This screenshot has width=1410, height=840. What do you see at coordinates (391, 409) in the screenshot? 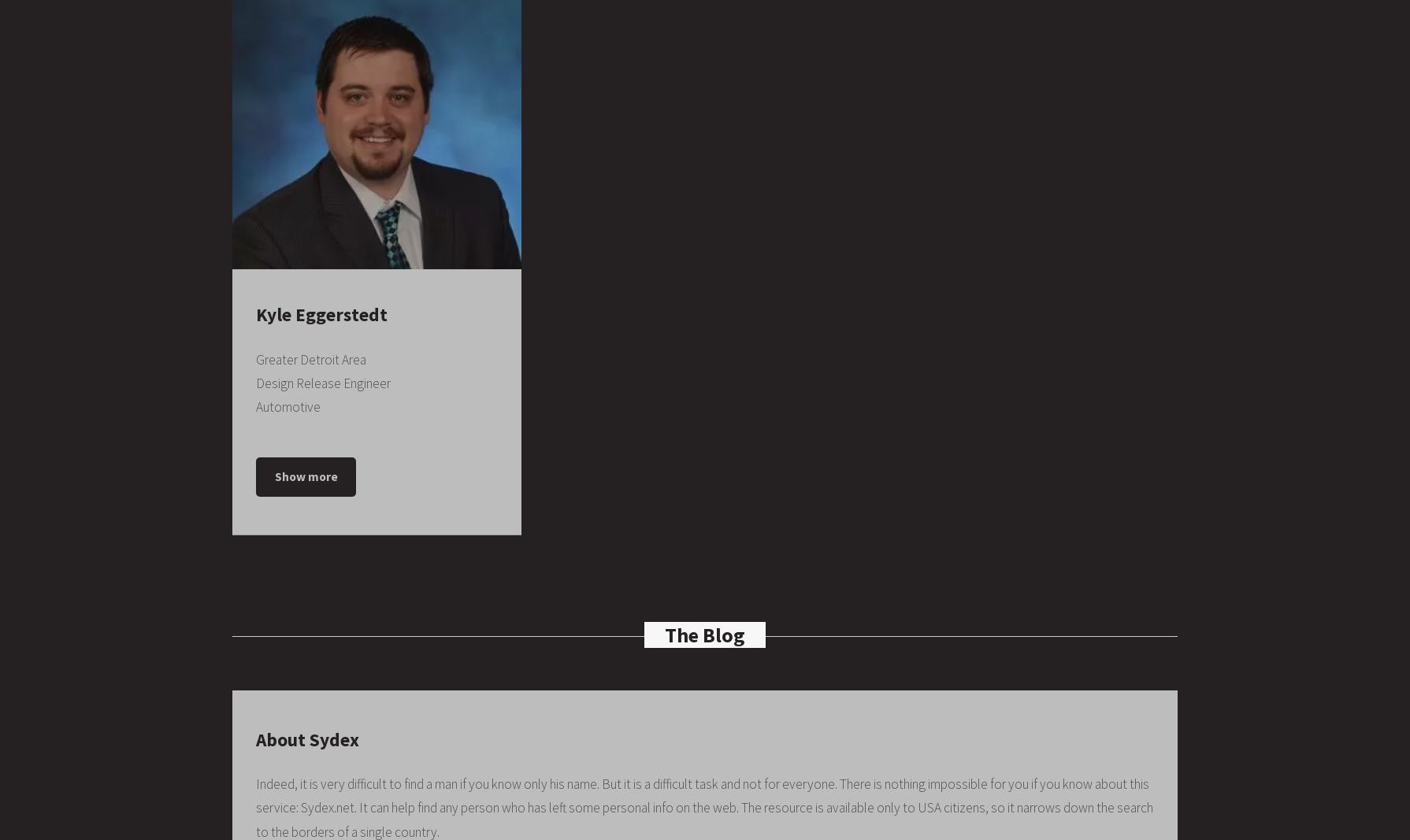
I see `'January 2015 – Present'` at bounding box center [391, 409].